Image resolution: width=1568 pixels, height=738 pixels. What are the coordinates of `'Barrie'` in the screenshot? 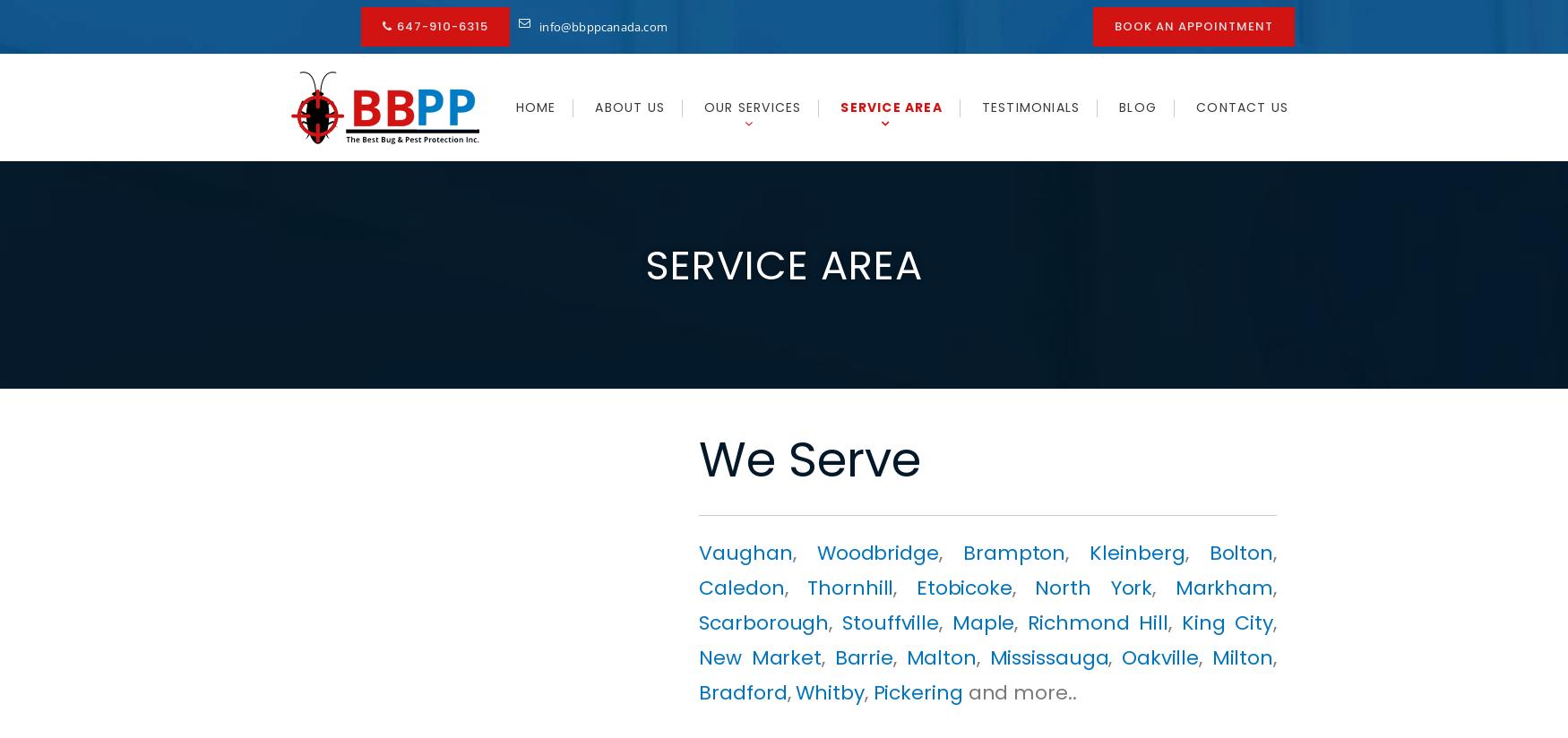 It's located at (864, 657).